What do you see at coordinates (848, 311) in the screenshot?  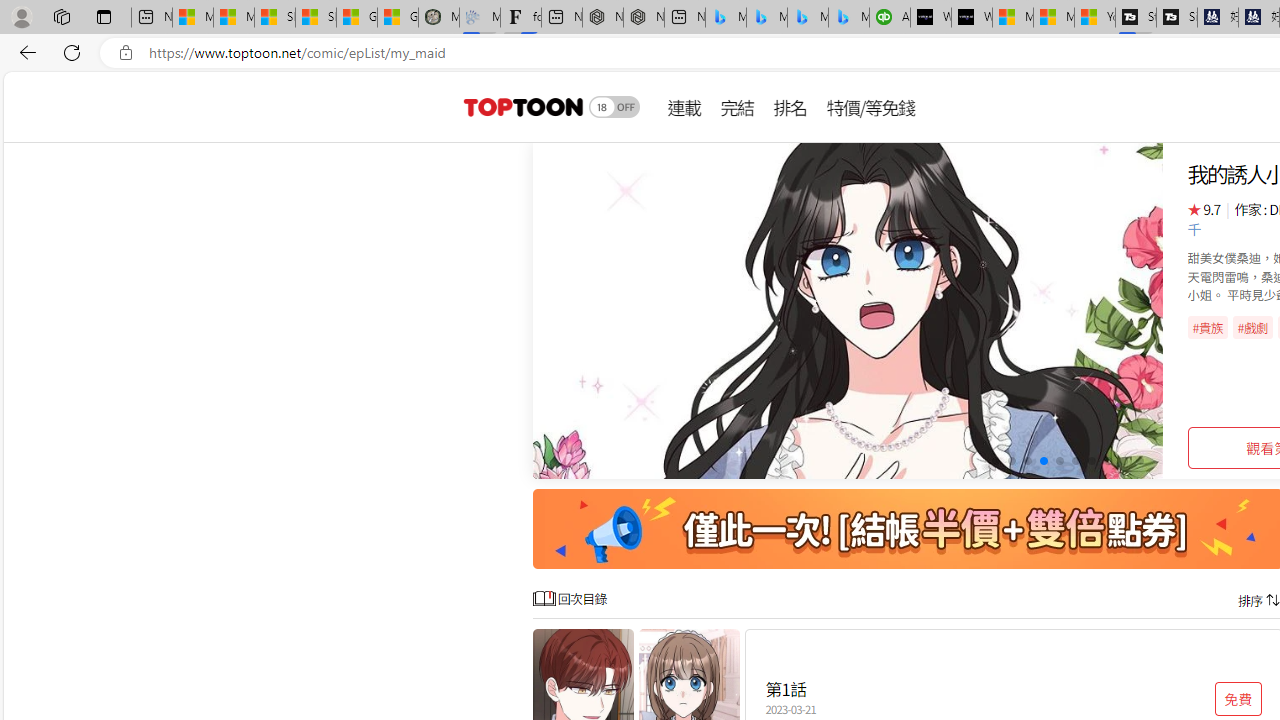 I see `'Class: swiper-slide swiper-slide-next'` at bounding box center [848, 311].